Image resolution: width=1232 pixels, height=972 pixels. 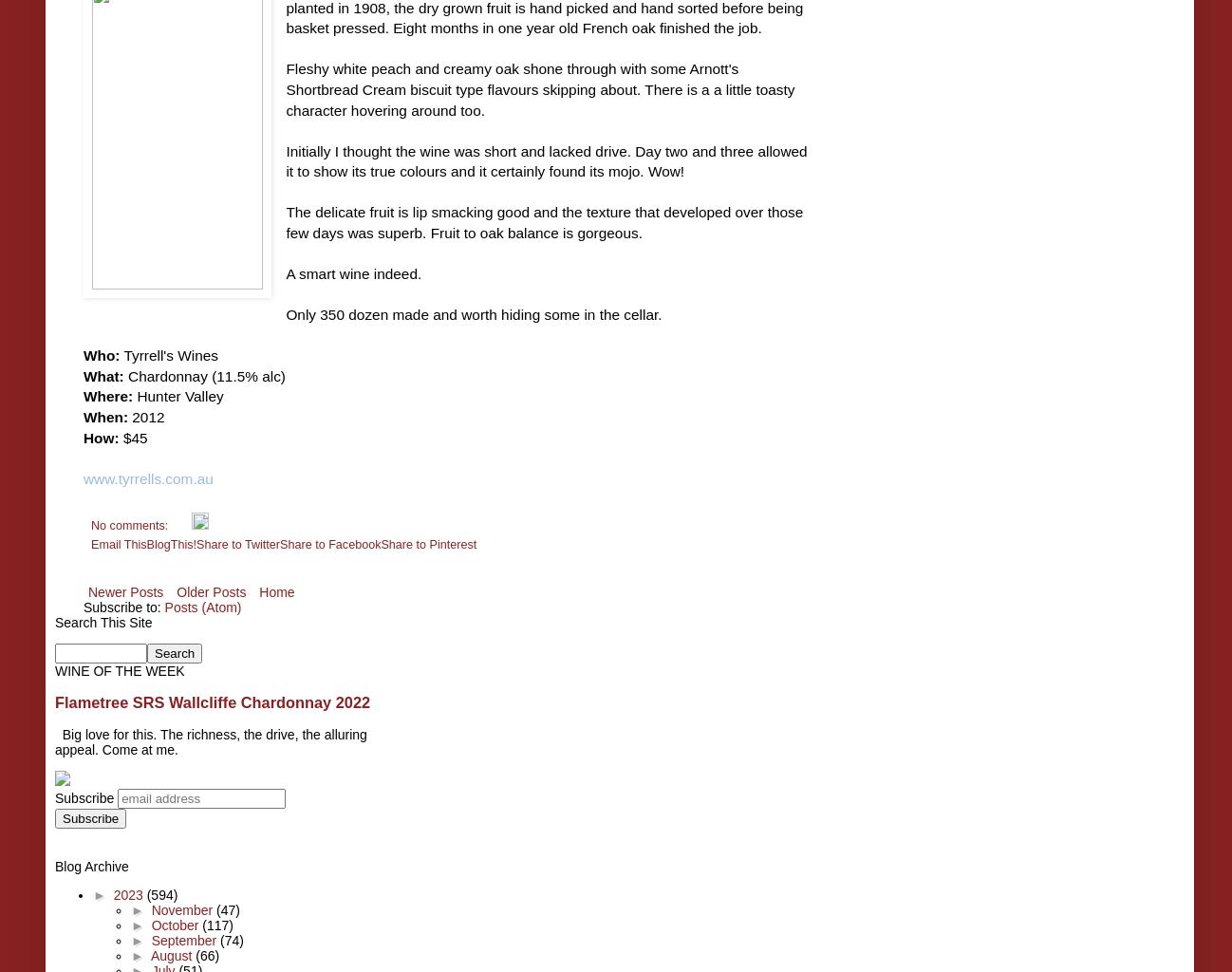 What do you see at coordinates (213, 701) in the screenshot?
I see `'Flametree SRS Wallcliffe Chardonnay 2022'` at bounding box center [213, 701].